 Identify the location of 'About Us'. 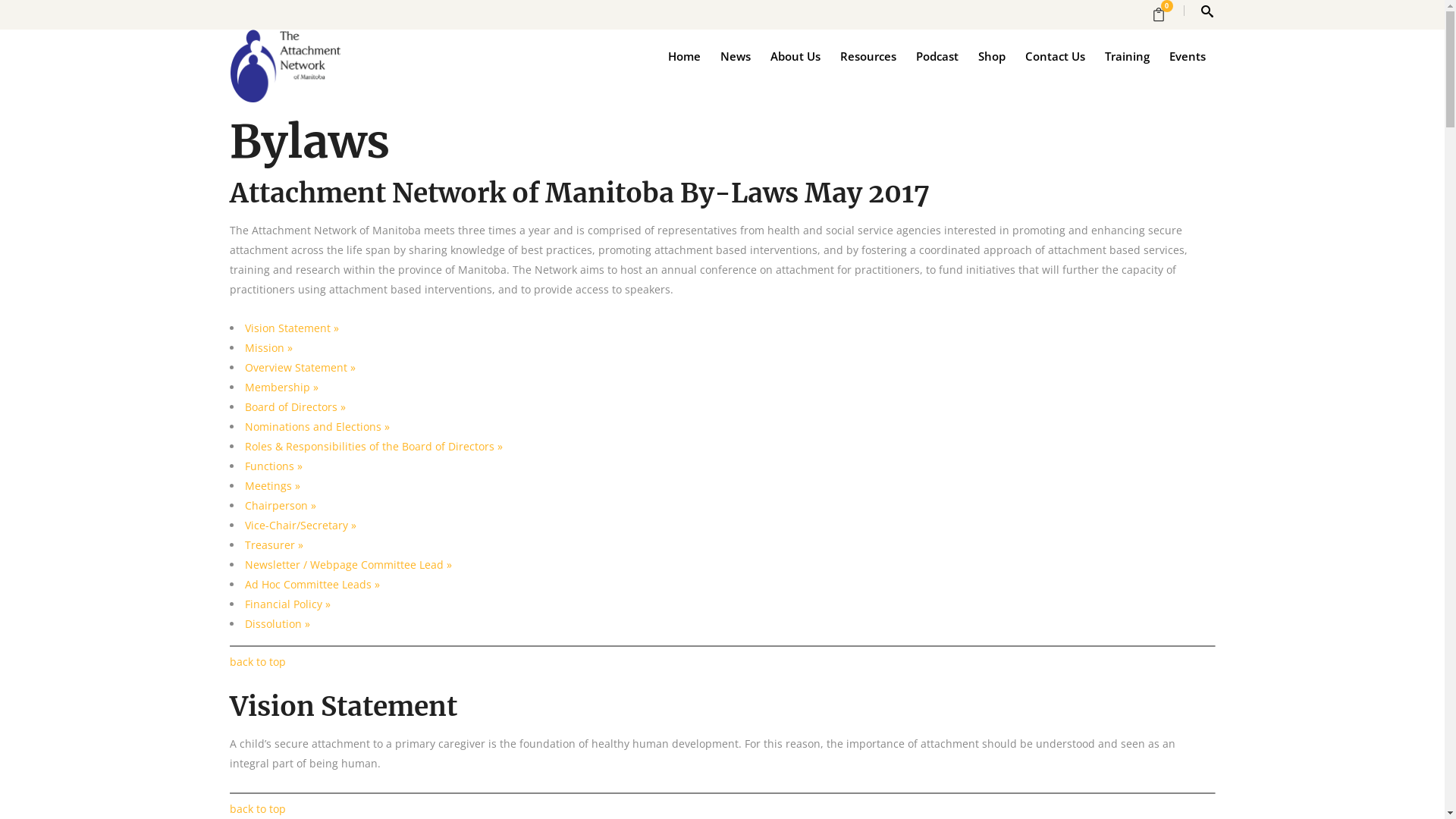
(760, 55).